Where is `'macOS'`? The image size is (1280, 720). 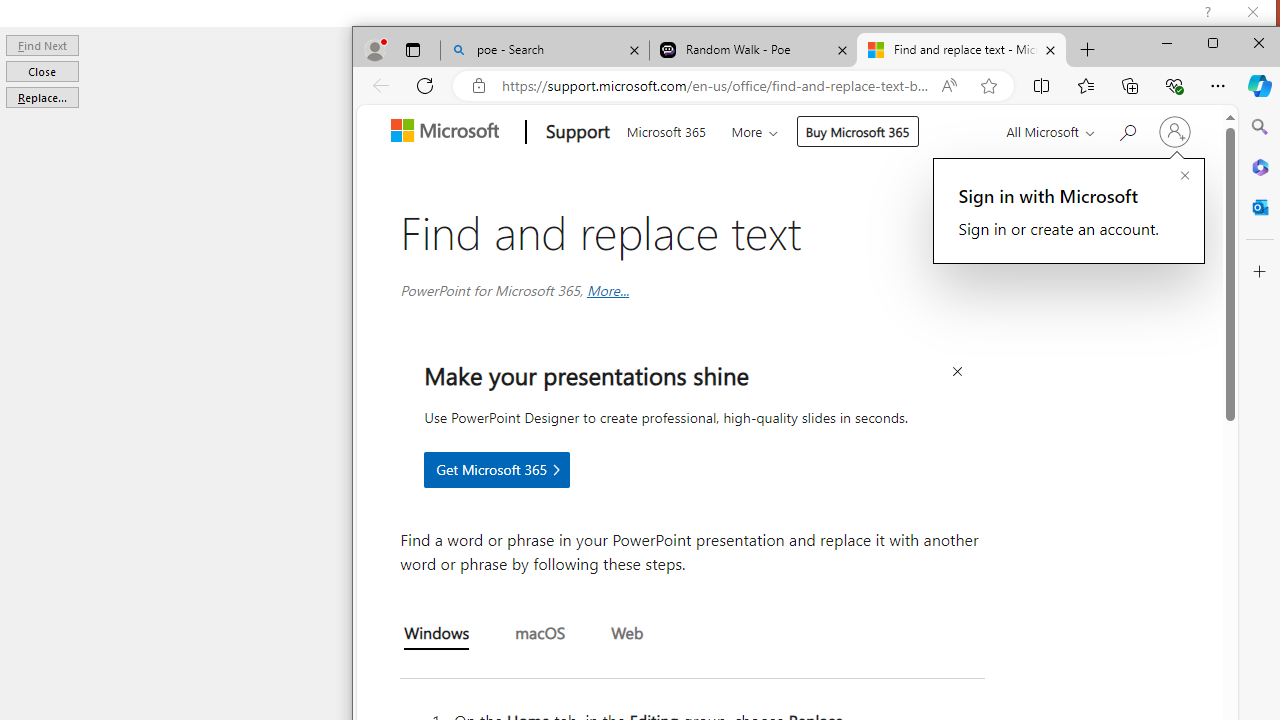 'macOS' is located at coordinates (540, 635).